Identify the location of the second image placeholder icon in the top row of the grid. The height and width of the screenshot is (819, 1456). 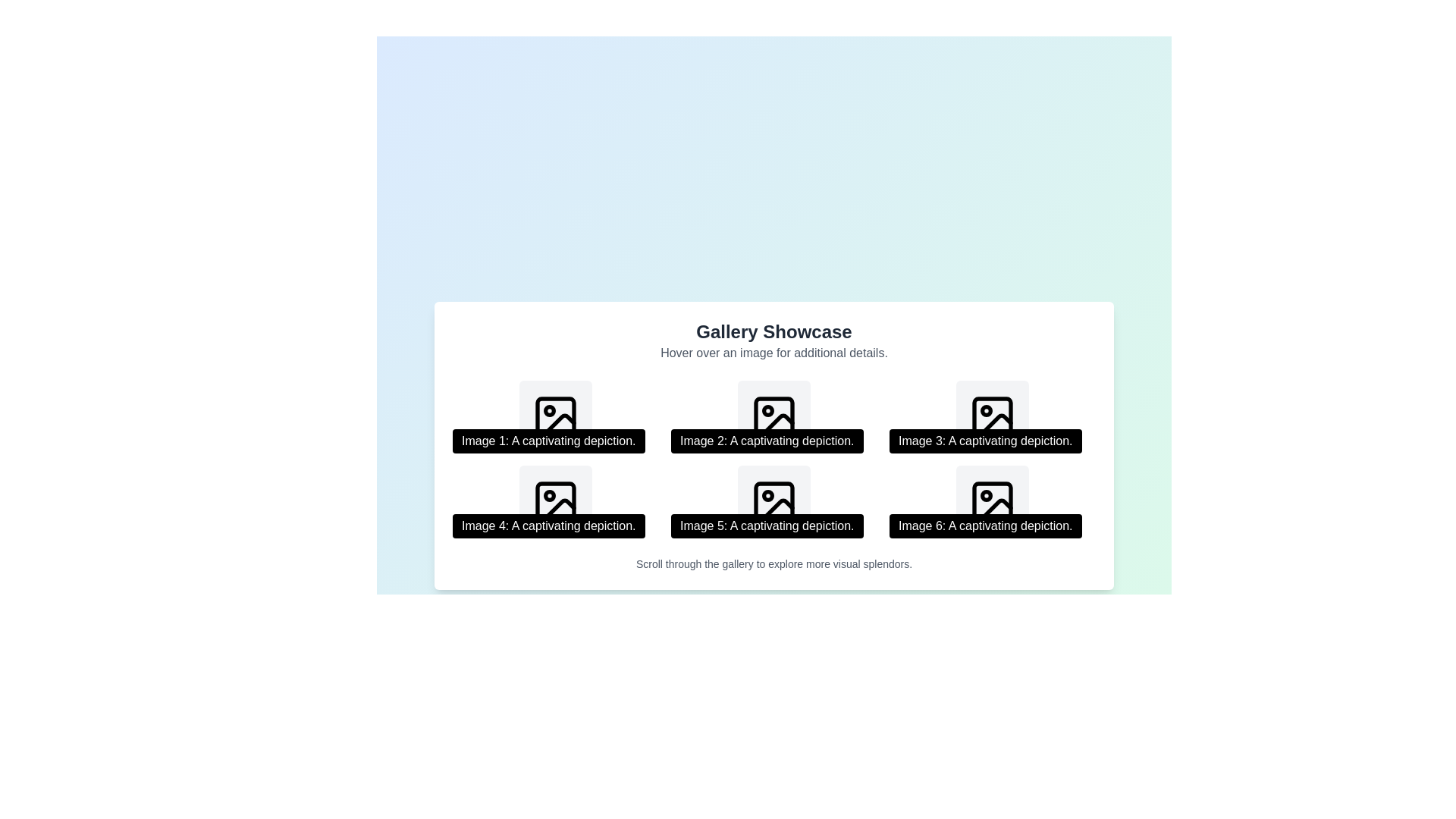
(774, 417).